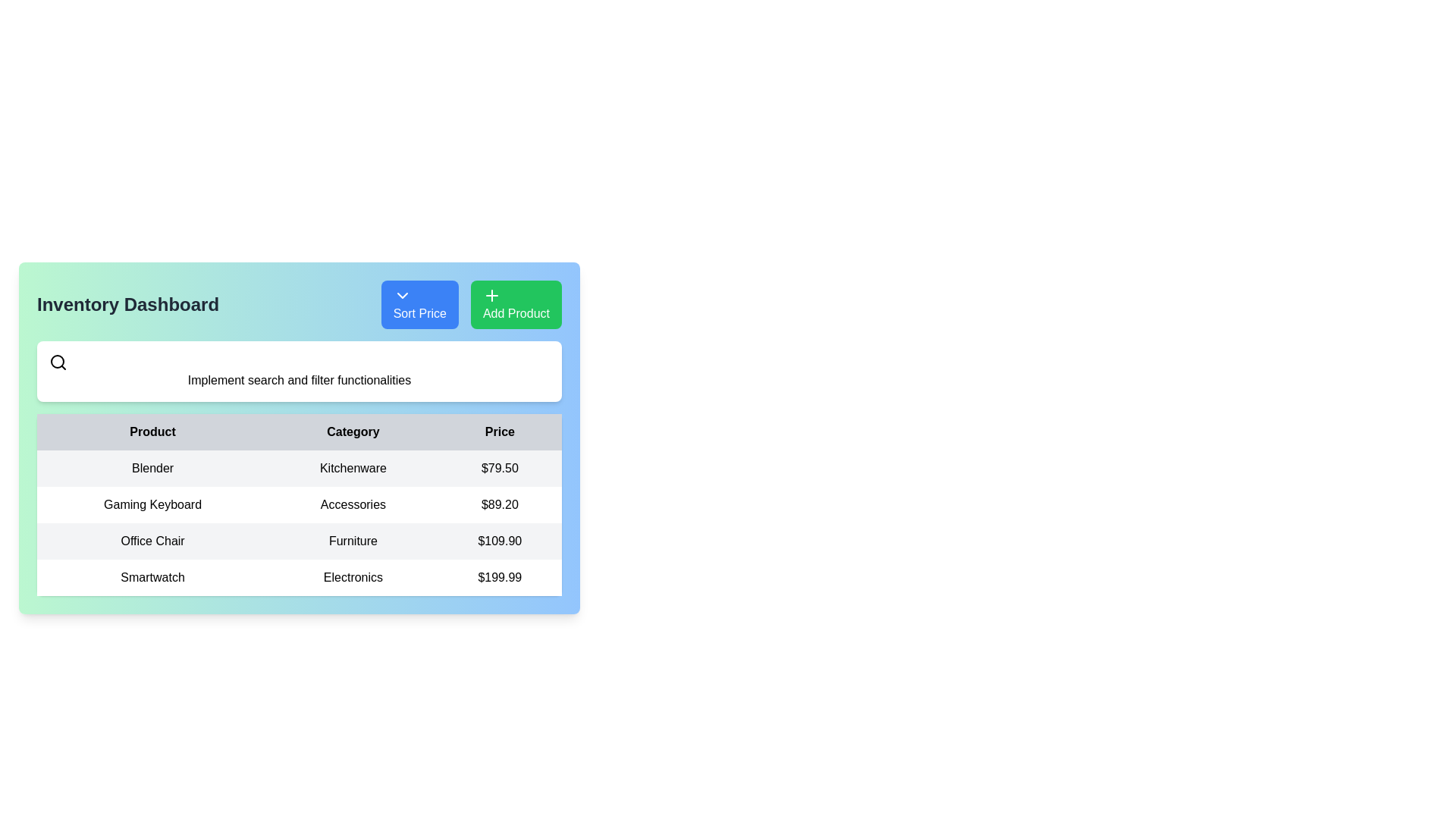 The height and width of the screenshot is (819, 1456). Describe the element at coordinates (352, 505) in the screenshot. I see `the static text label 'Accessories' located in the 'Category' column of the second row of the table, positioned between 'Gaming Keyboard' and '$89.20'` at that location.